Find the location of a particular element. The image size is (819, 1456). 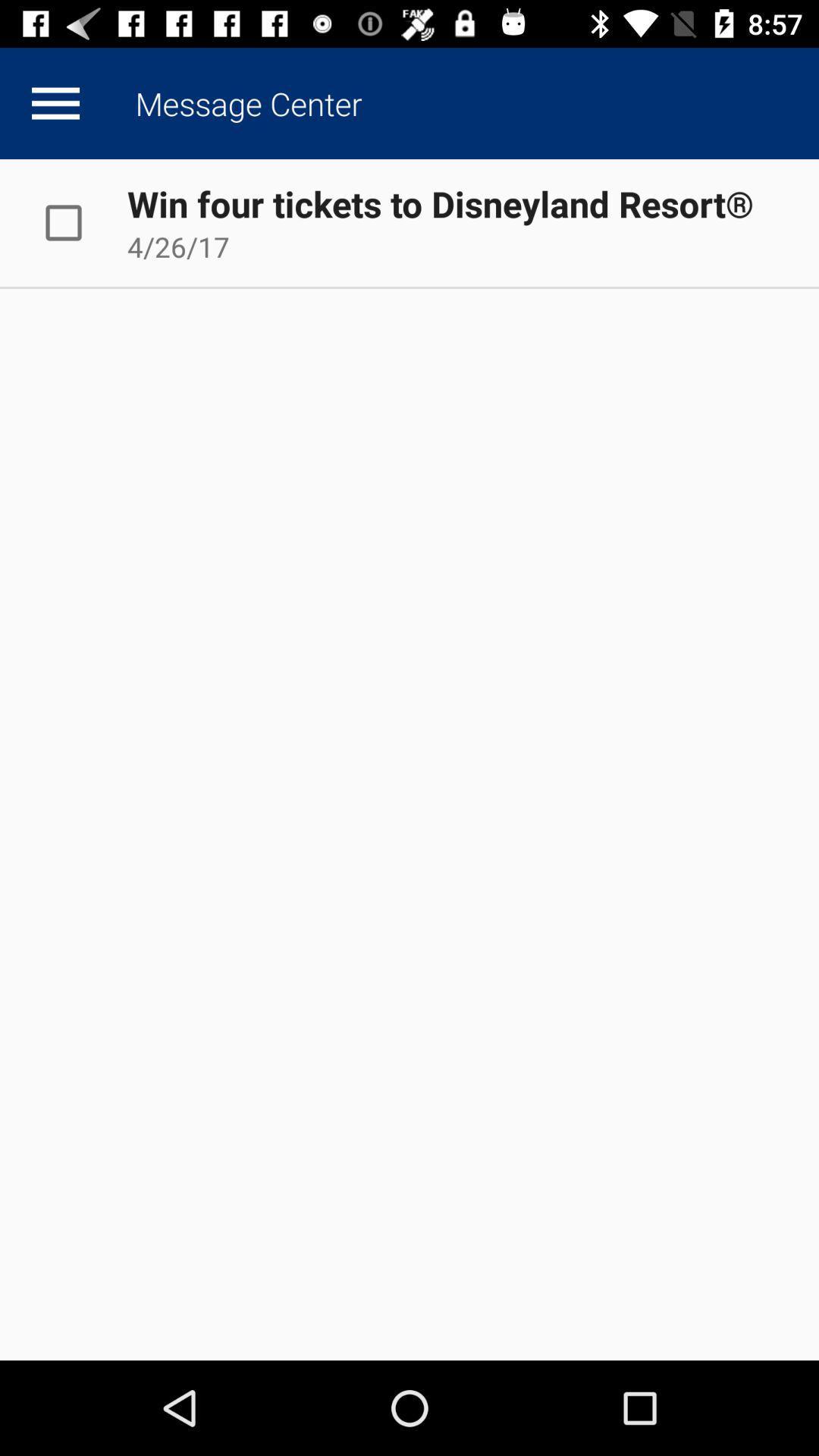

item to the left of win four tickets is located at coordinates (79, 221).